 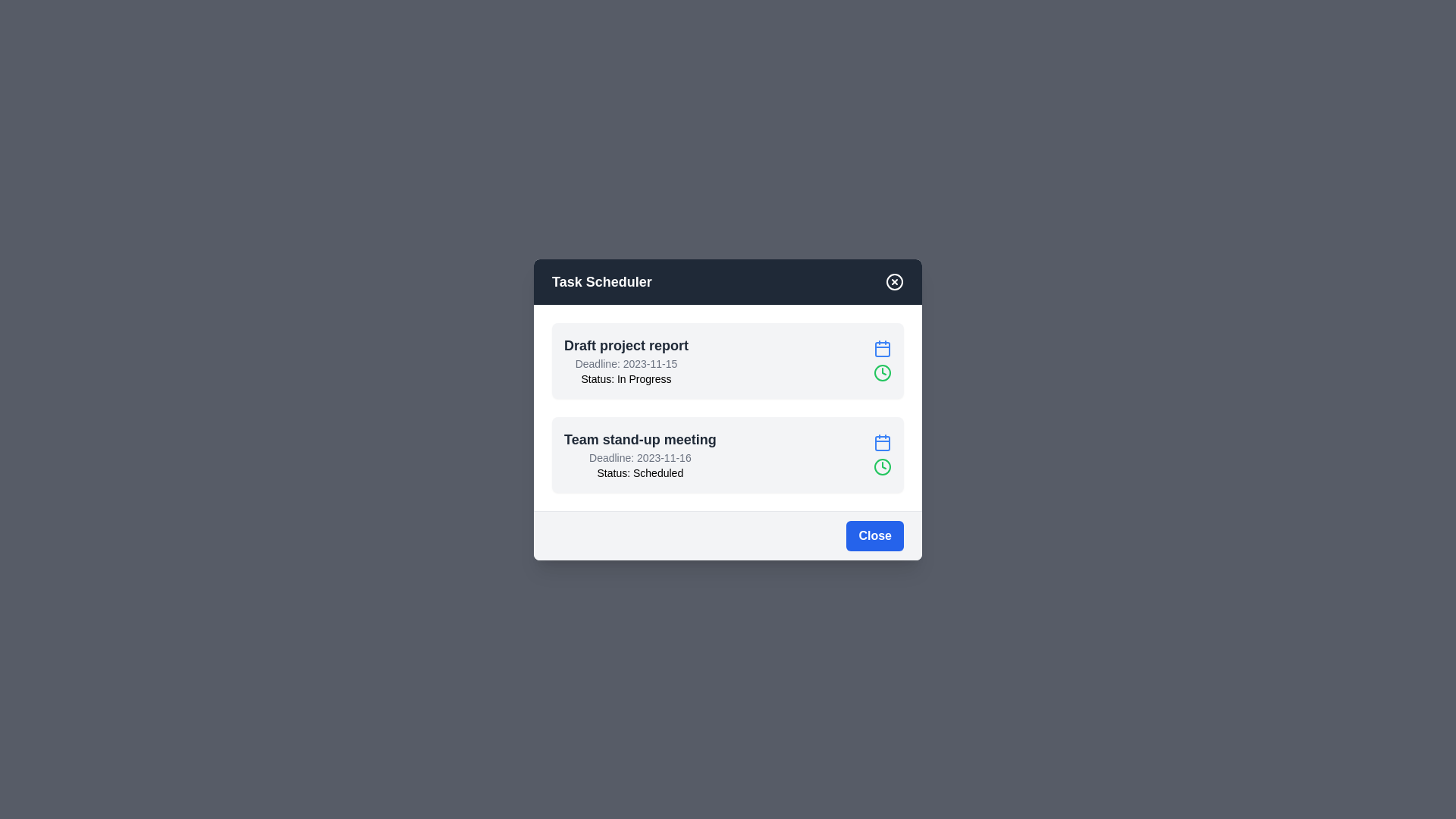 What do you see at coordinates (882, 372) in the screenshot?
I see `the clock icon for the task identified by Draft project report` at bounding box center [882, 372].